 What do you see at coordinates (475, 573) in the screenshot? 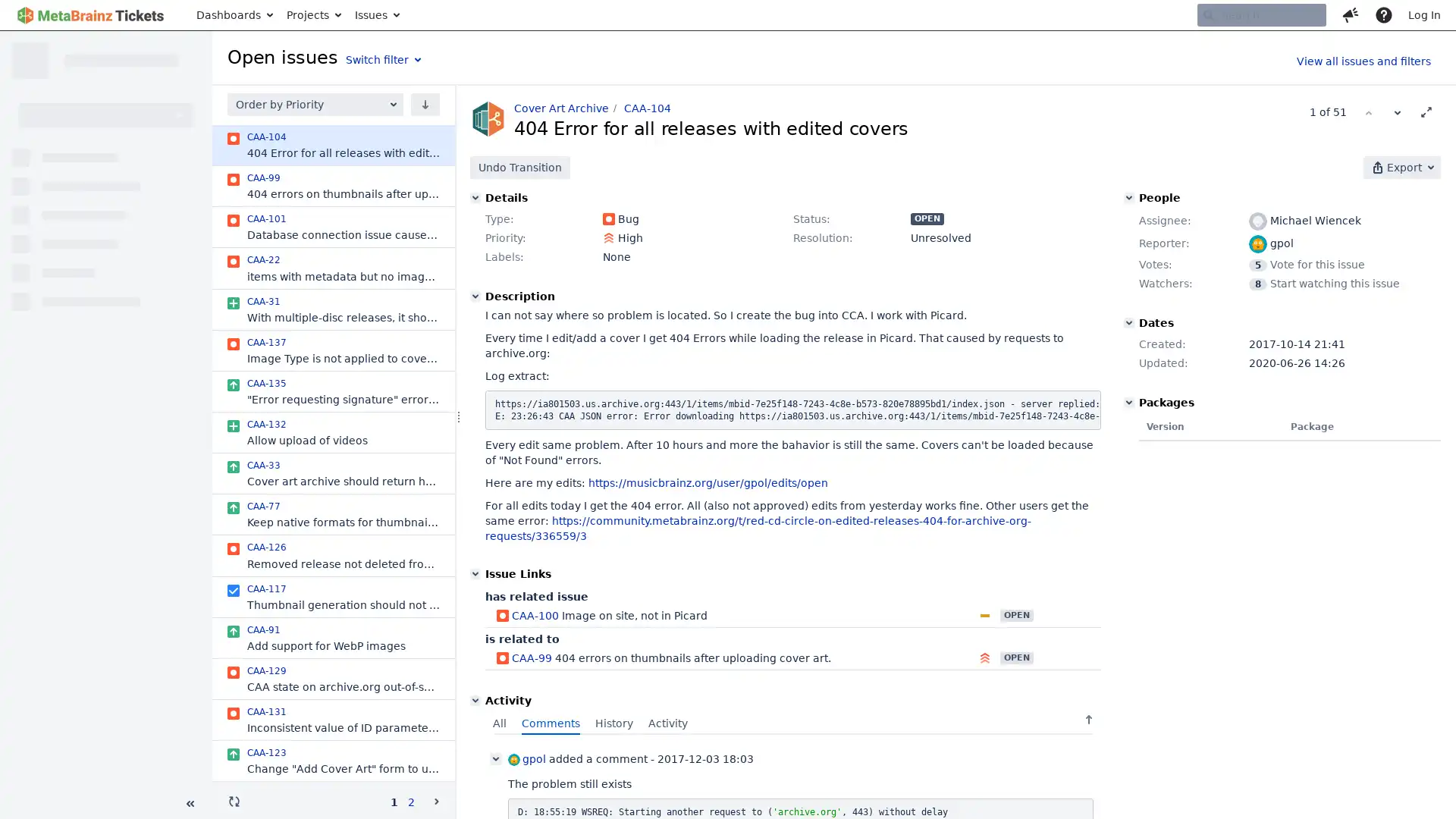
I see `Issue Links` at bounding box center [475, 573].